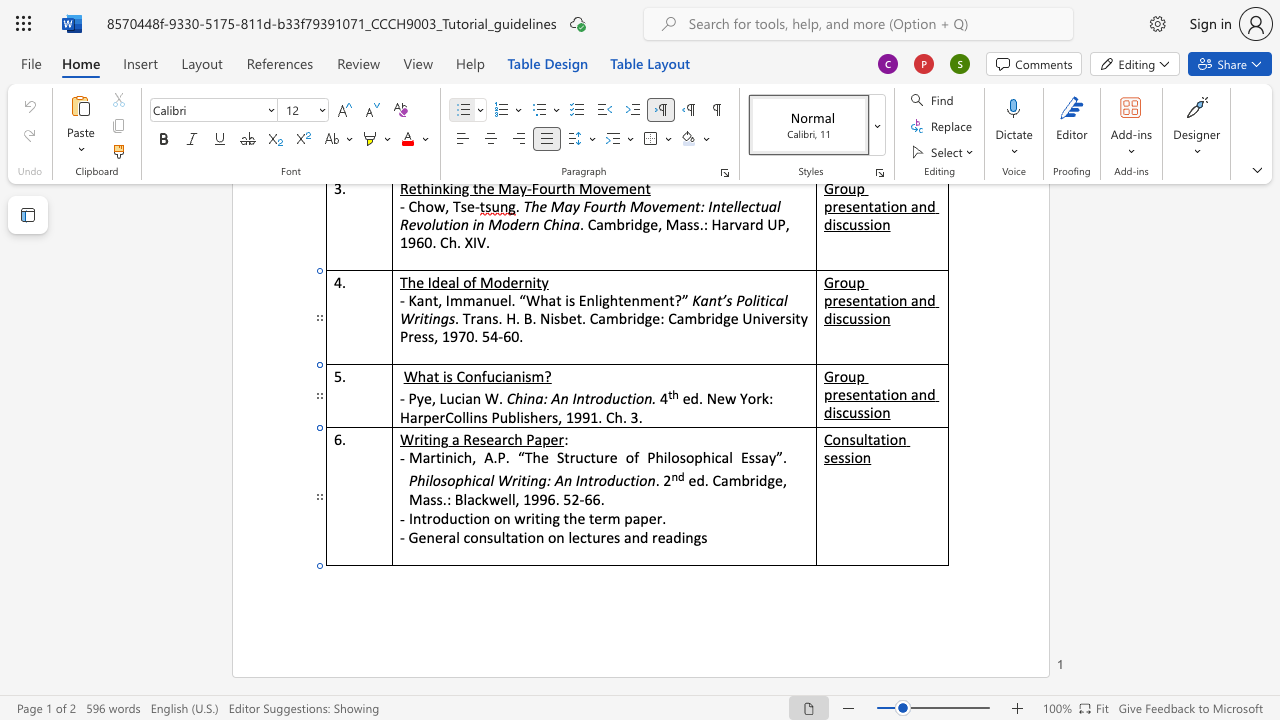 Image resolution: width=1280 pixels, height=720 pixels. What do you see at coordinates (848, 438) in the screenshot?
I see `the space between the continuous character "n" and "s" in the text` at bounding box center [848, 438].